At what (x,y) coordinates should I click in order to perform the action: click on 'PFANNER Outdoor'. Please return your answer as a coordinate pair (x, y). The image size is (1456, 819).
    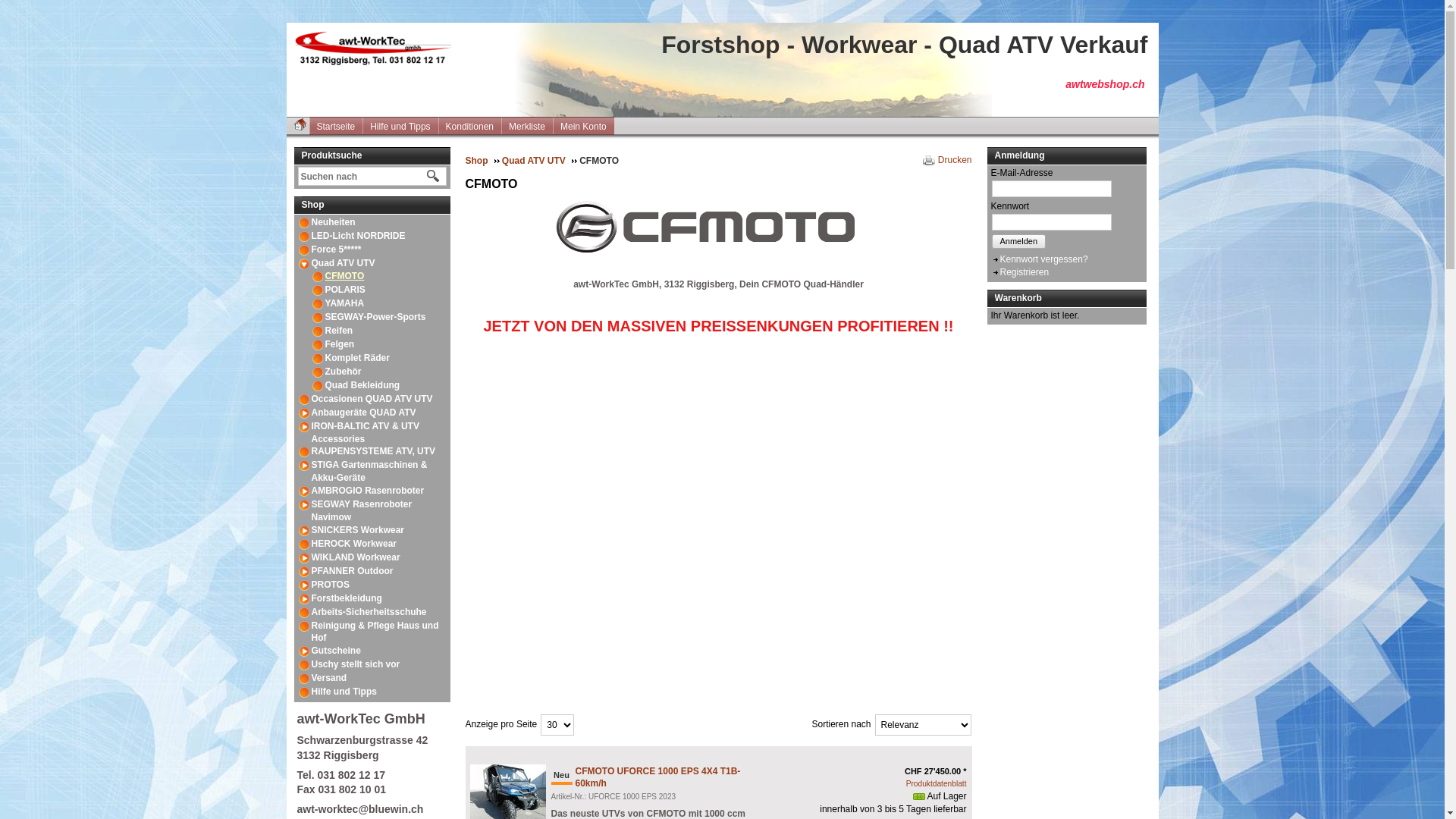
    Looking at the image, I should click on (352, 570).